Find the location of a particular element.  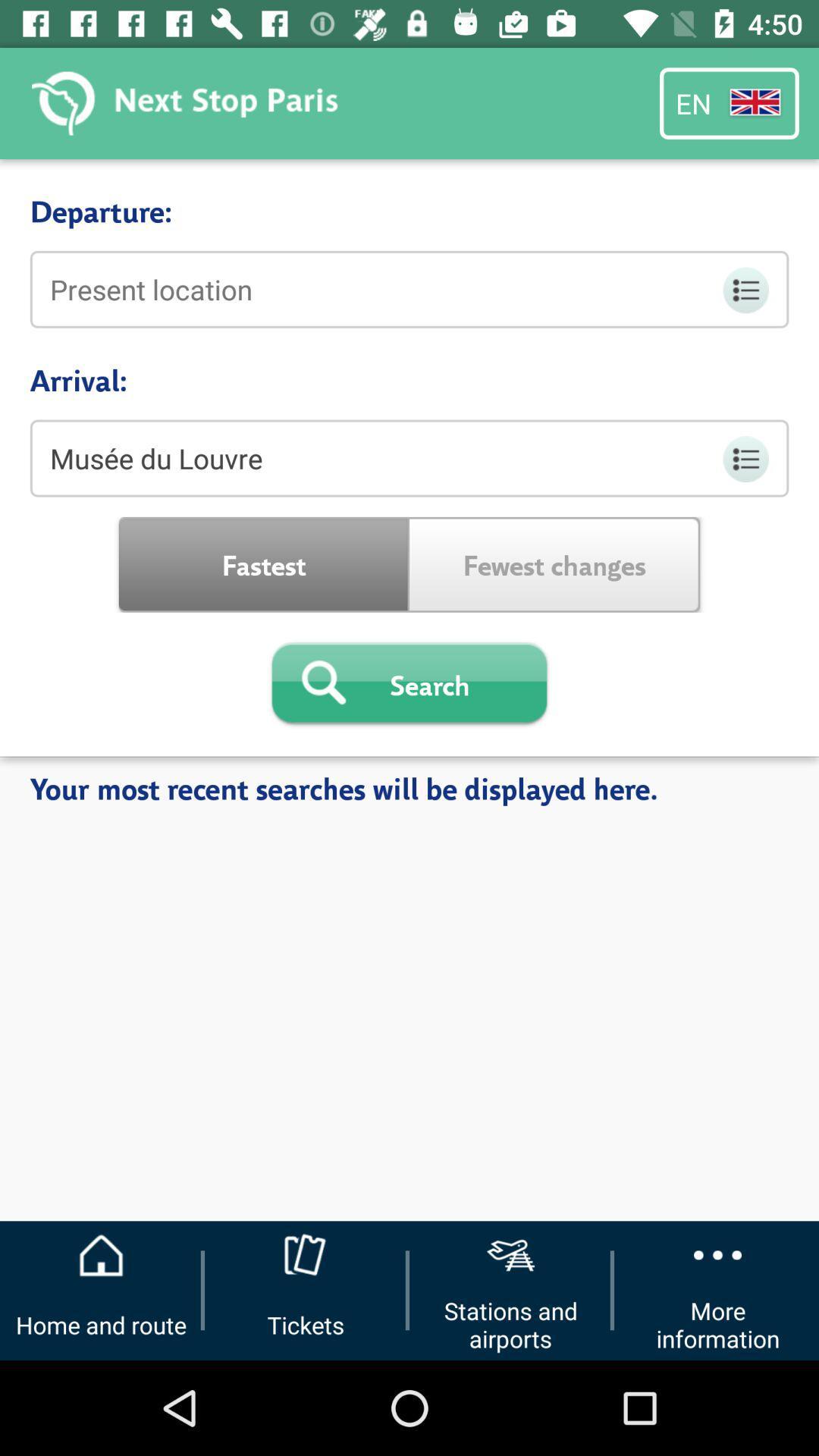

icon on the right is located at coordinates (554, 563).